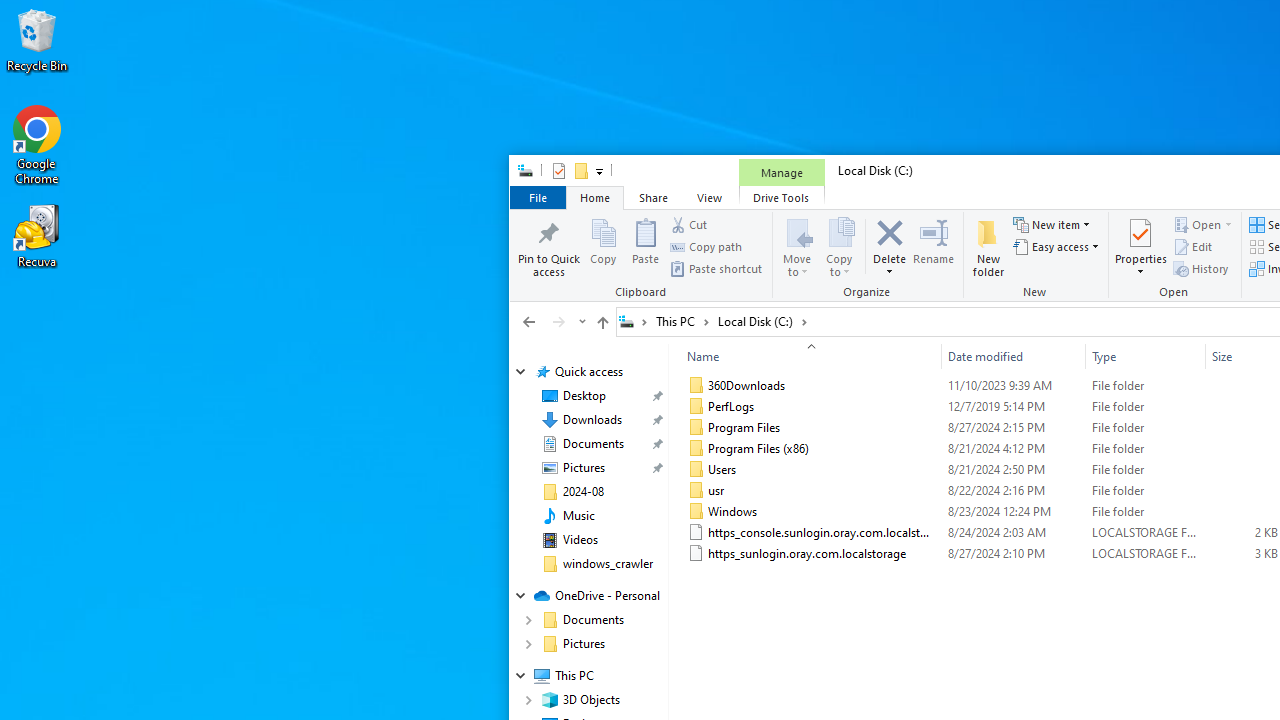 This screenshot has width=1280, height=720. What do you see at coordinates (682, 320) in the screenshot?
I see `'This PC'` at bounding box center [682, 320].